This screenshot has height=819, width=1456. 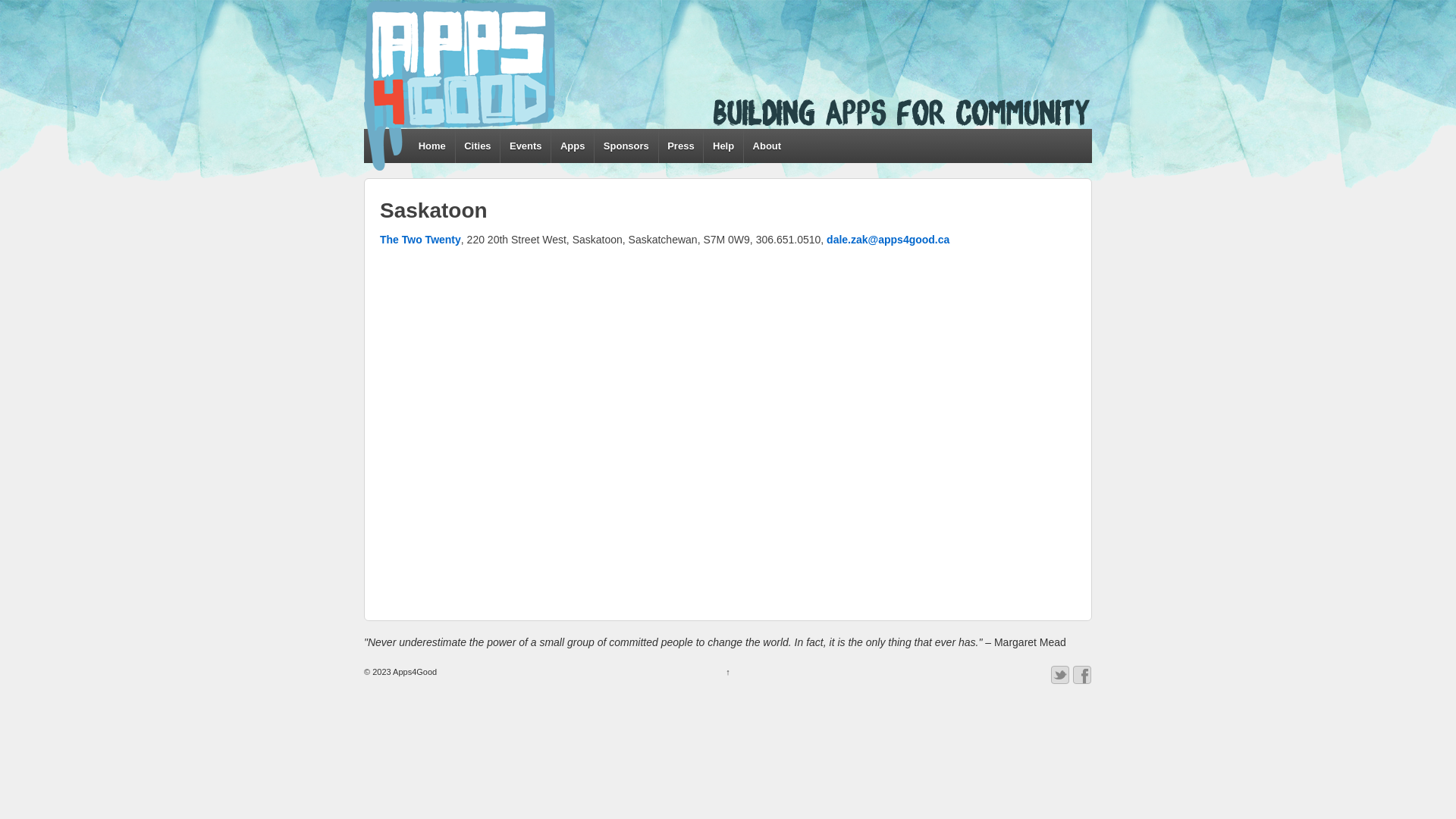 What do you see at coordinates (476, 146) in the screenshot?
I see `'Cities'` at bounding box center [476, 146].